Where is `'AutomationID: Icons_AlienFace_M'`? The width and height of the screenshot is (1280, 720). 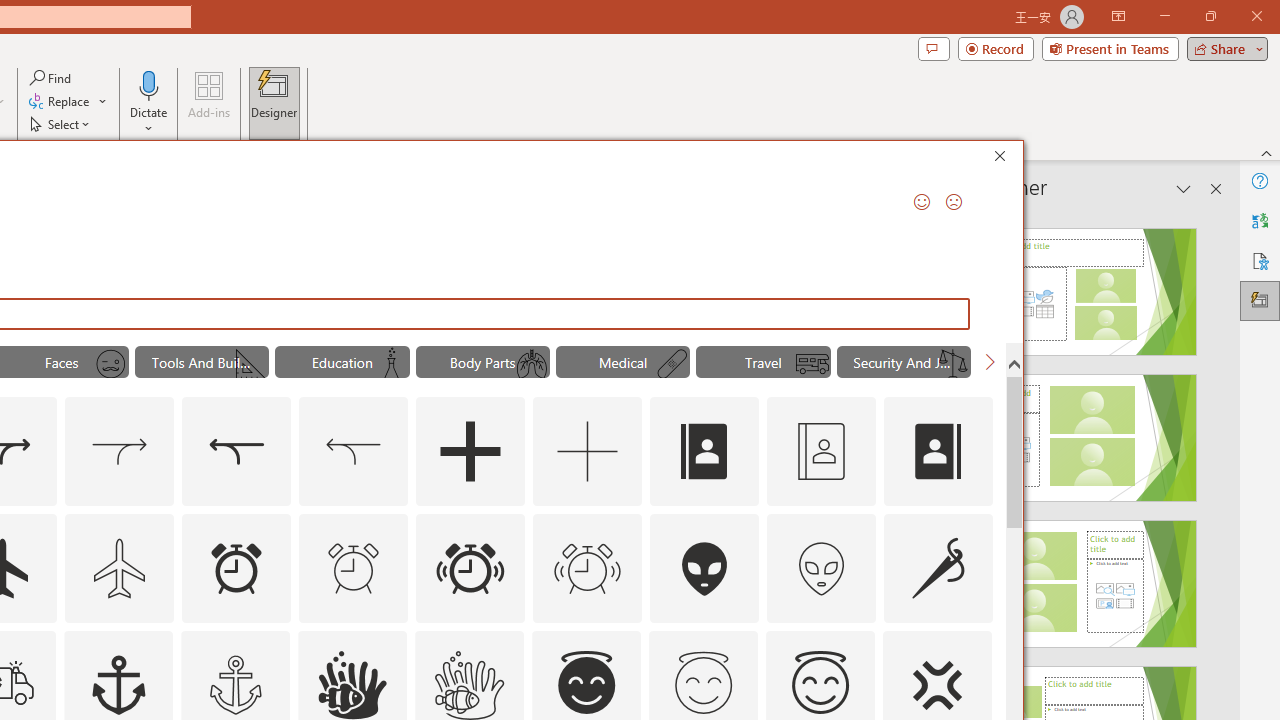
'AutomationID: Icons_AlienFace_M' is located at coordinates (821, 568).